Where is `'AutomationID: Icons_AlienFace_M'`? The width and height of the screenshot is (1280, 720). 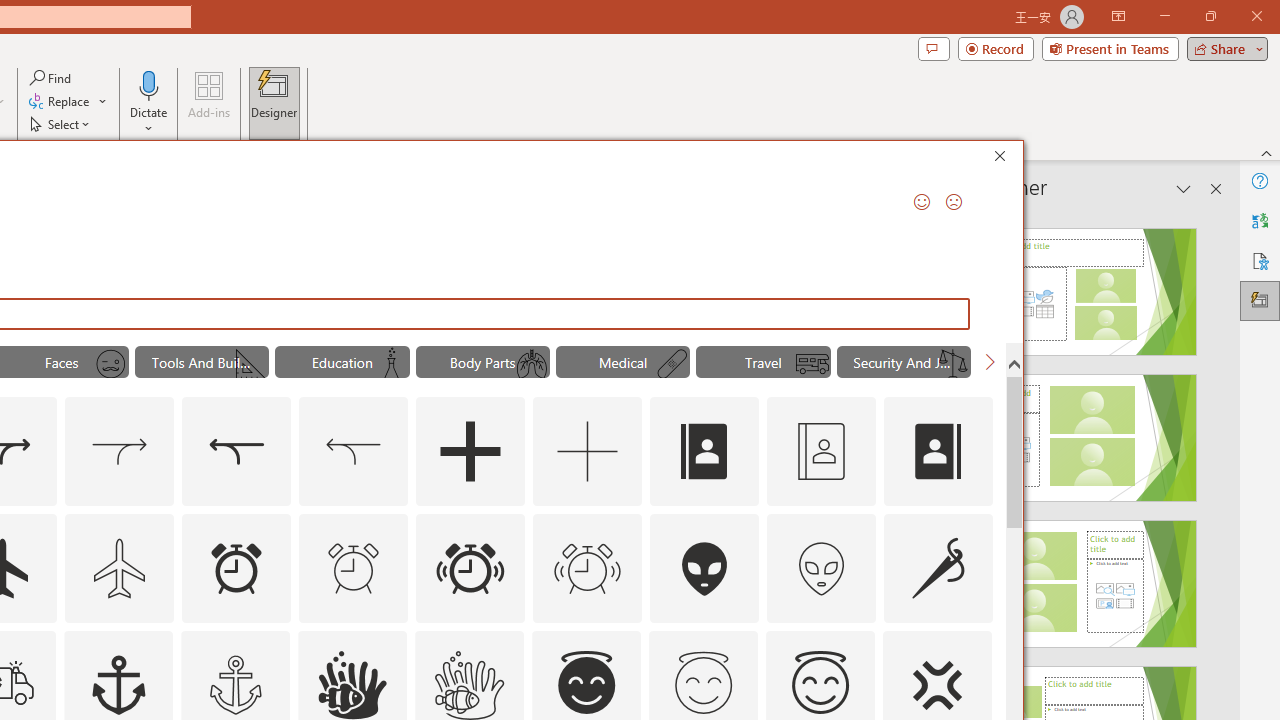
'AutomationID: Icons_AlienFace_M' is located at coordinates (821, 568).